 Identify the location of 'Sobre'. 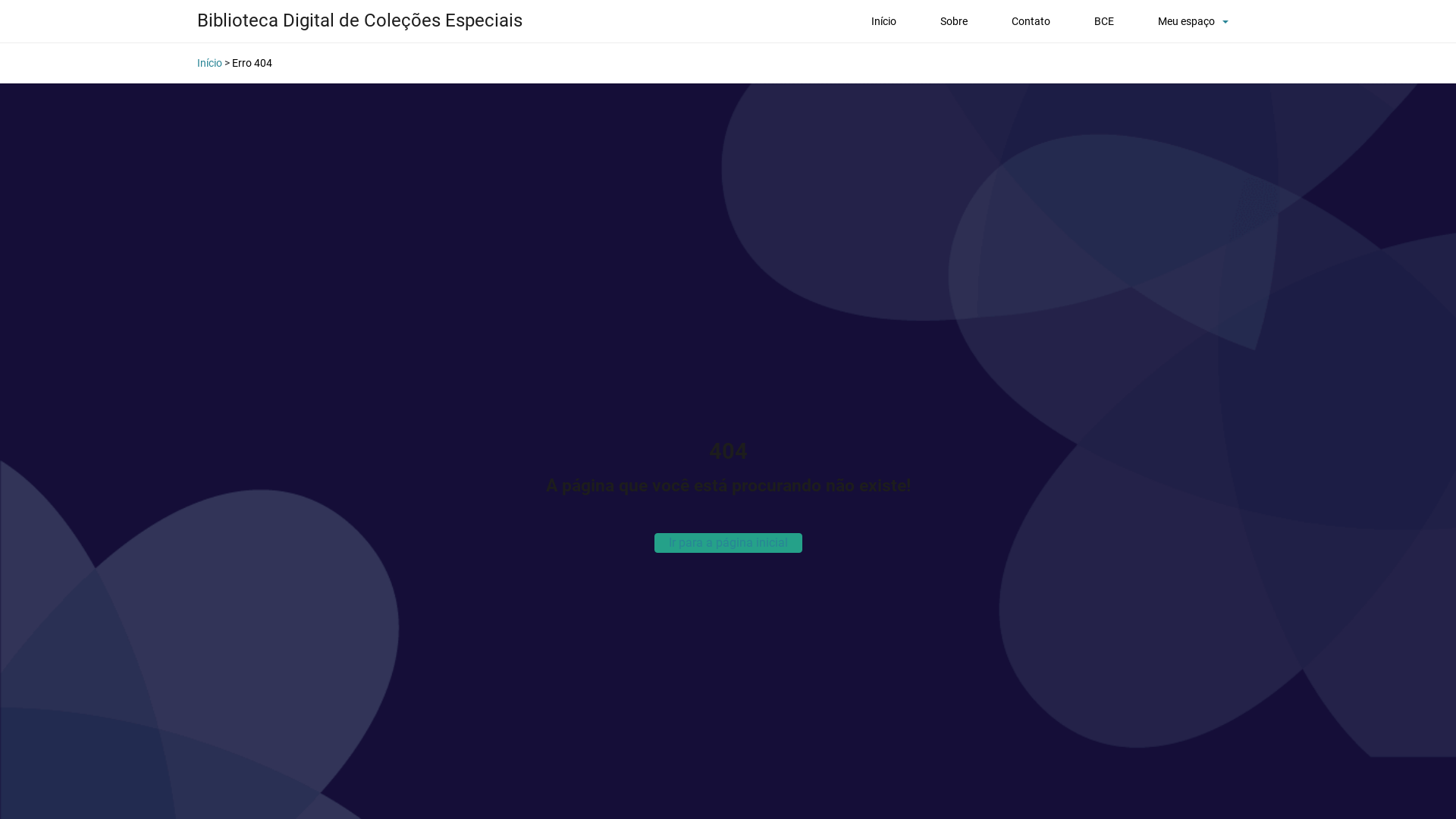
(934, 21).